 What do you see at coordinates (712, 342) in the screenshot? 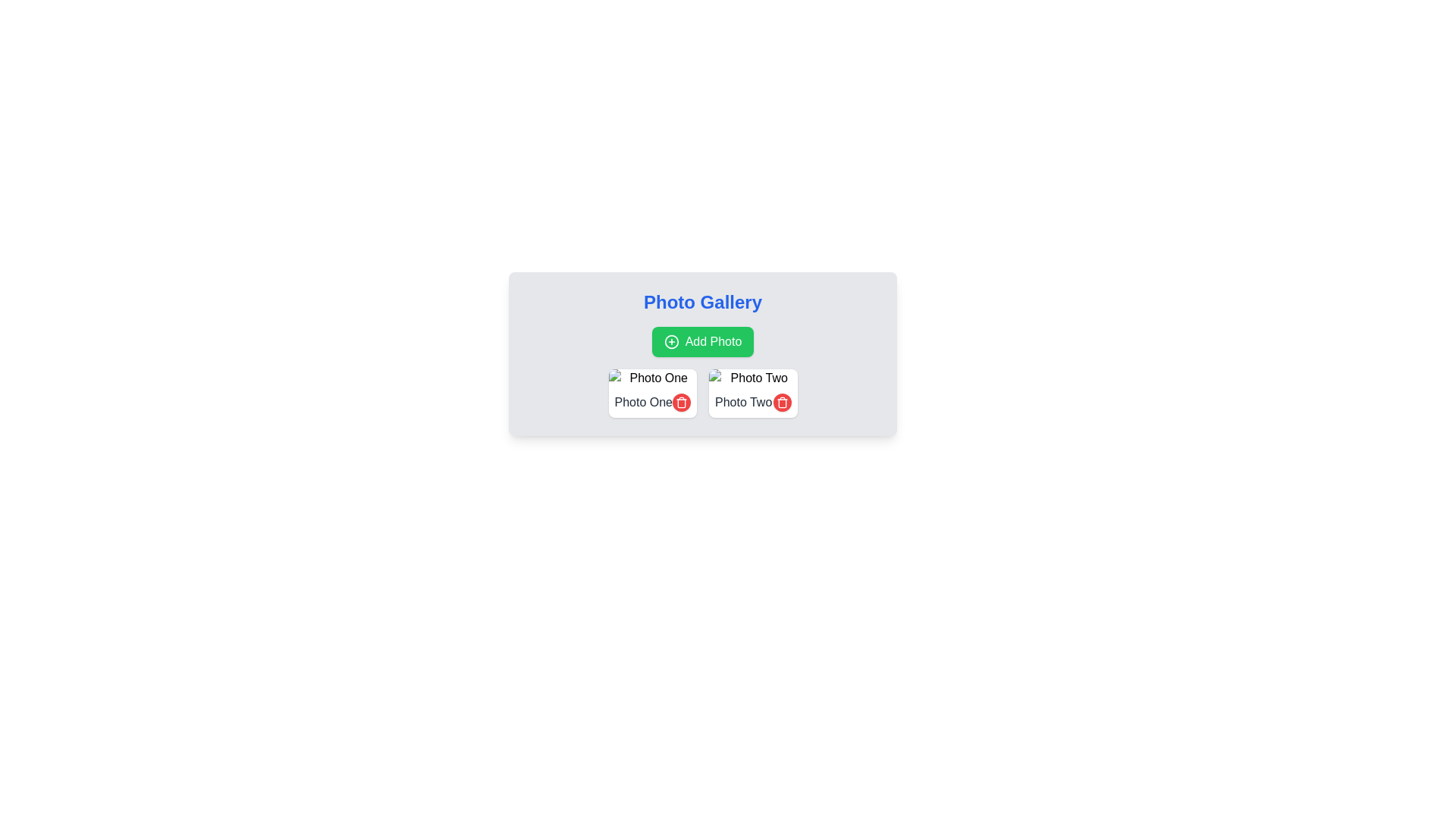
I see `the text label within the green button labeled 'Add Photo' that indicates clicking will initiate an action for adding a photo` at bounding box center [712, 342].